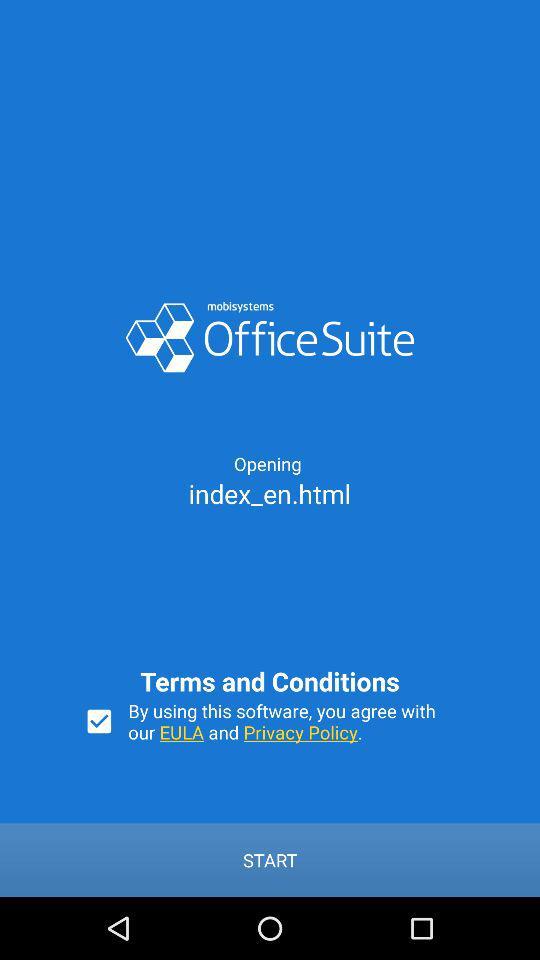 This screenshot has width=540, height=960. Describe the element at coordinates (98, 720) in the screenshot. I see `the item to the left of the by using this` at that location.